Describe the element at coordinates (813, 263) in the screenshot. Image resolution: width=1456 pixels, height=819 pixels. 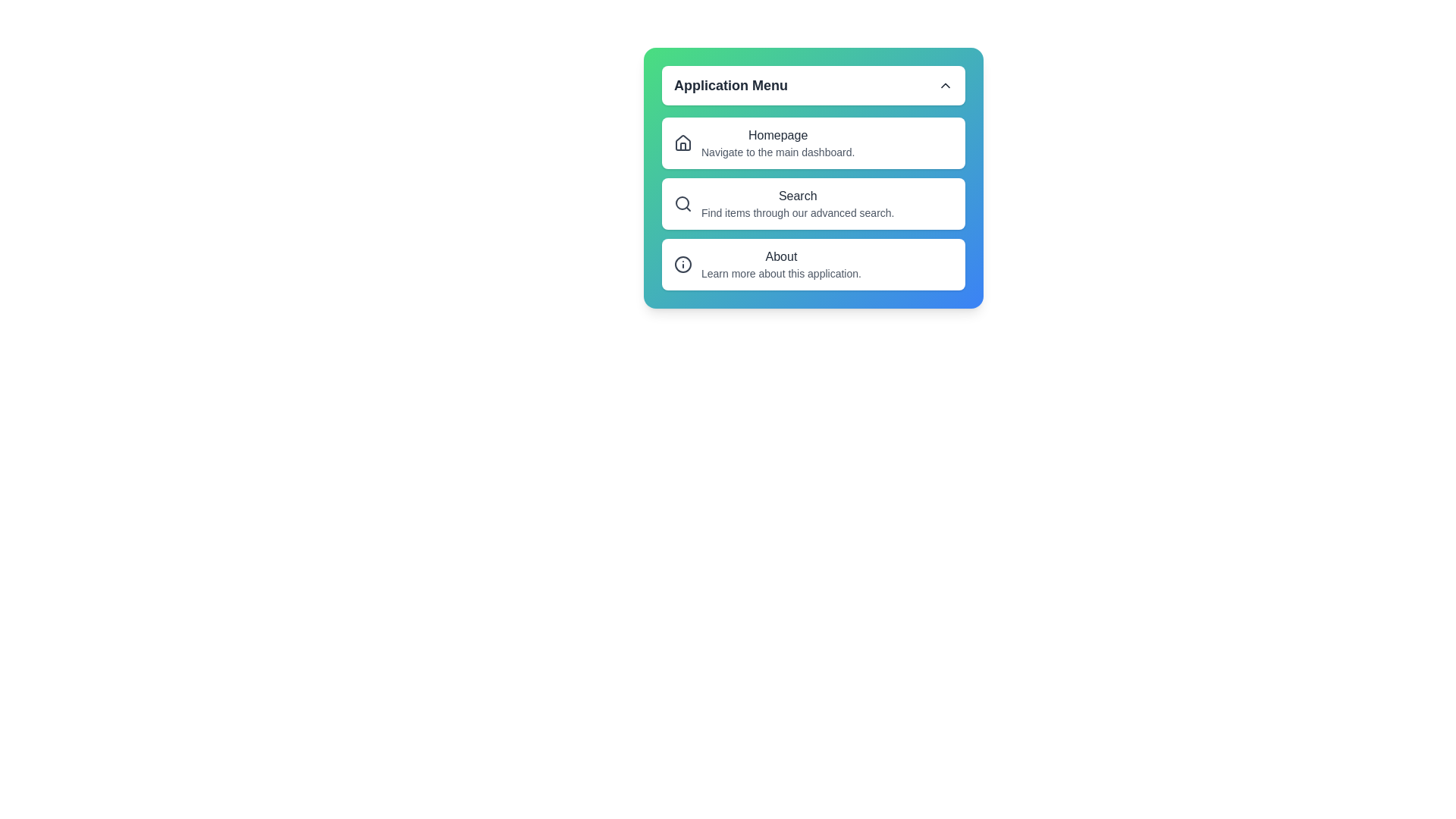
I see `the 'About' menu option to navigate to the corresponding section` at that location.